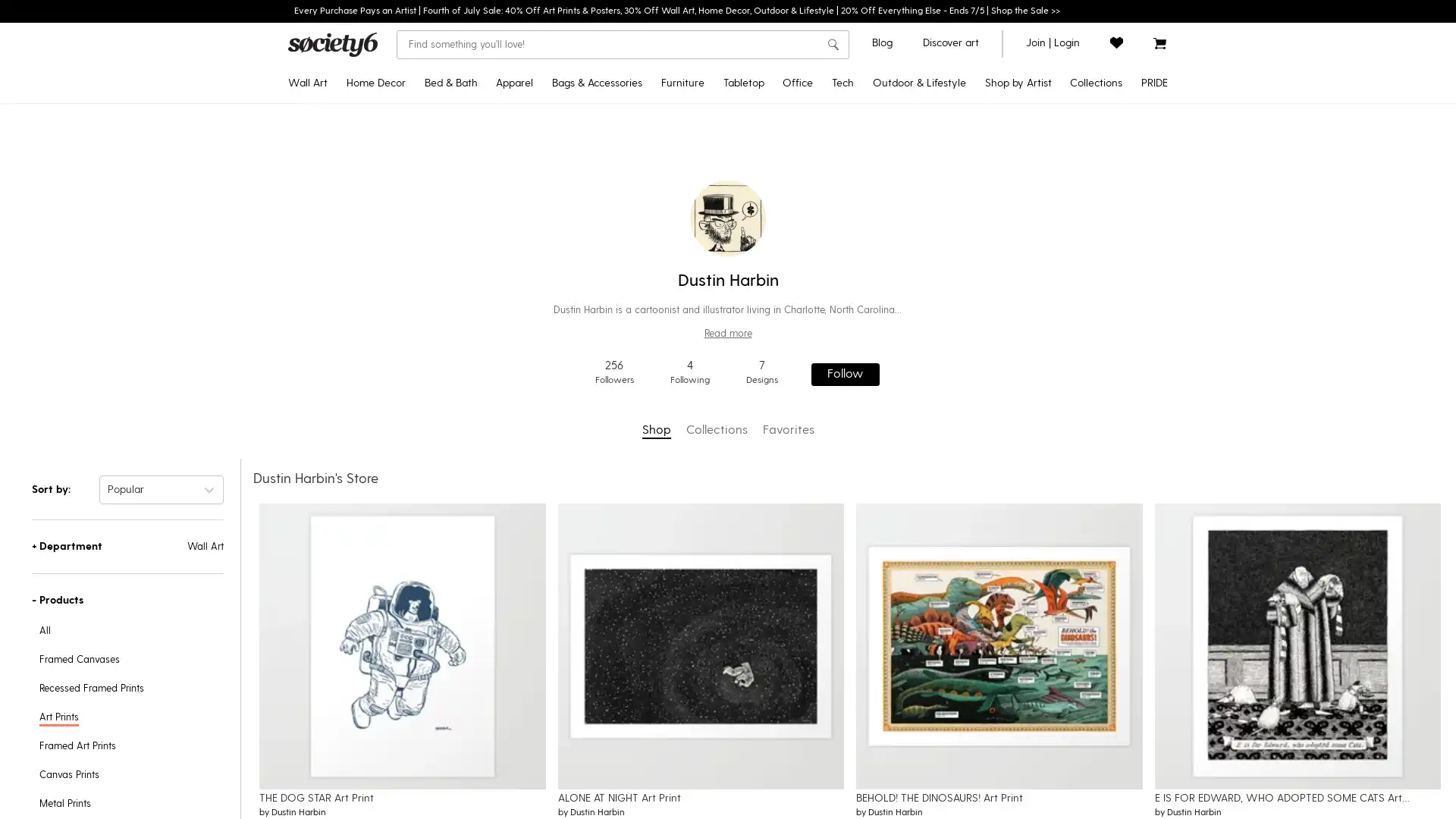  Describe the element at coordinates (607, 292) in the screenshot. I see `Face Masks` at that location.